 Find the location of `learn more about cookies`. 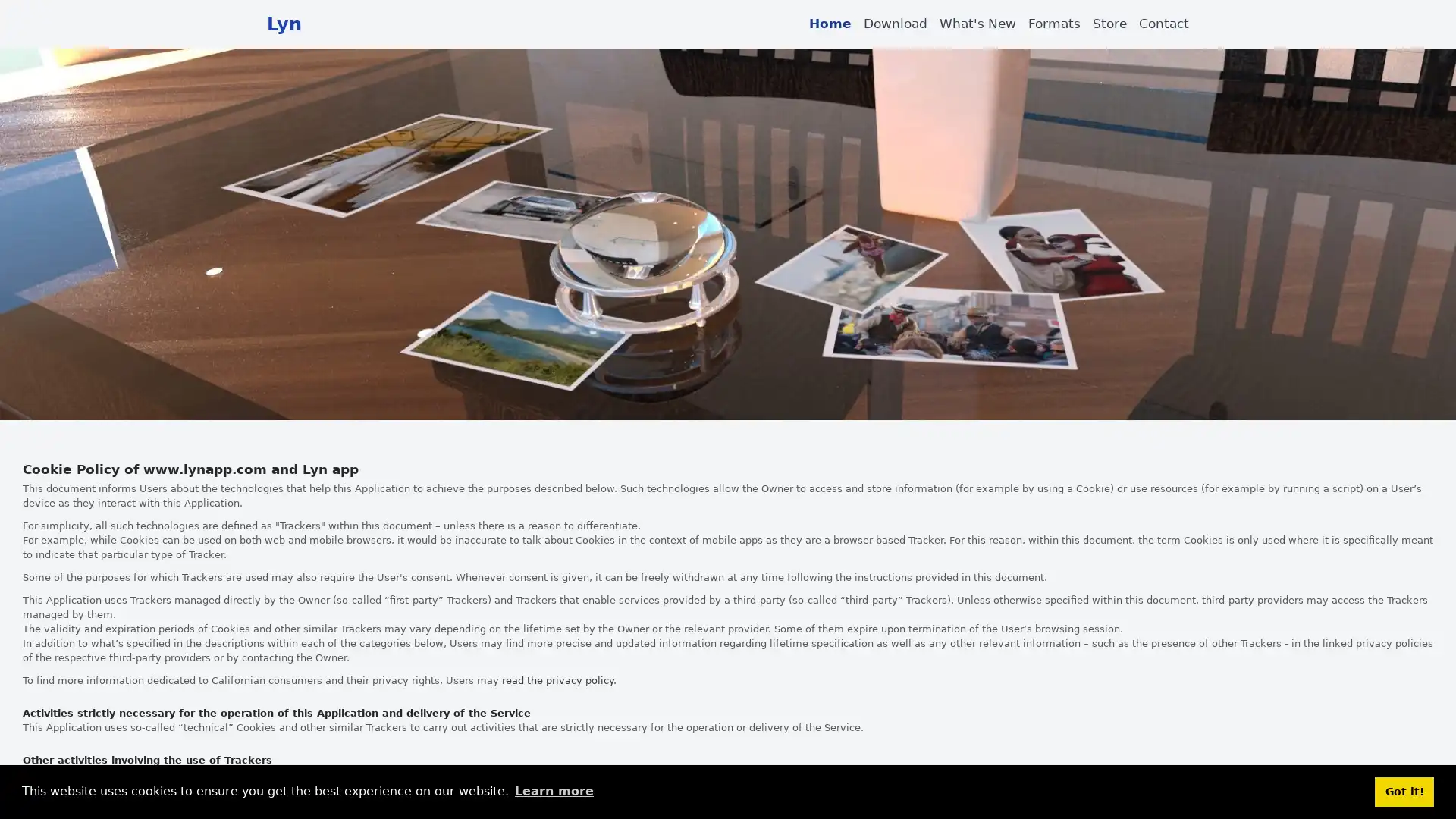

learn more about cookies is located at coordinates (553, 791).